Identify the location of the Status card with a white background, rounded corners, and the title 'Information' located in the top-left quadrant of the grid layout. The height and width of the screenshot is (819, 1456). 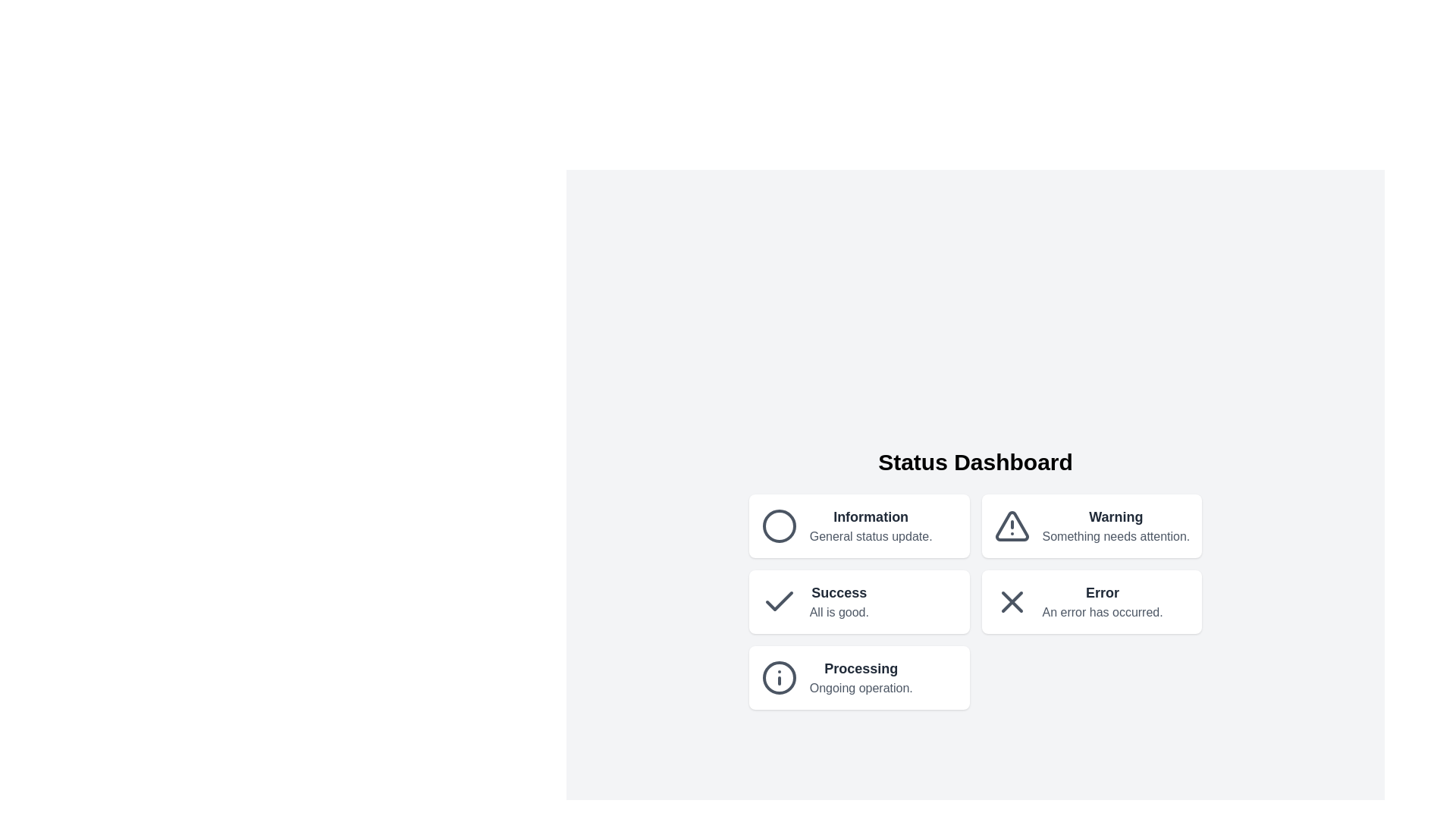
(859, 526).